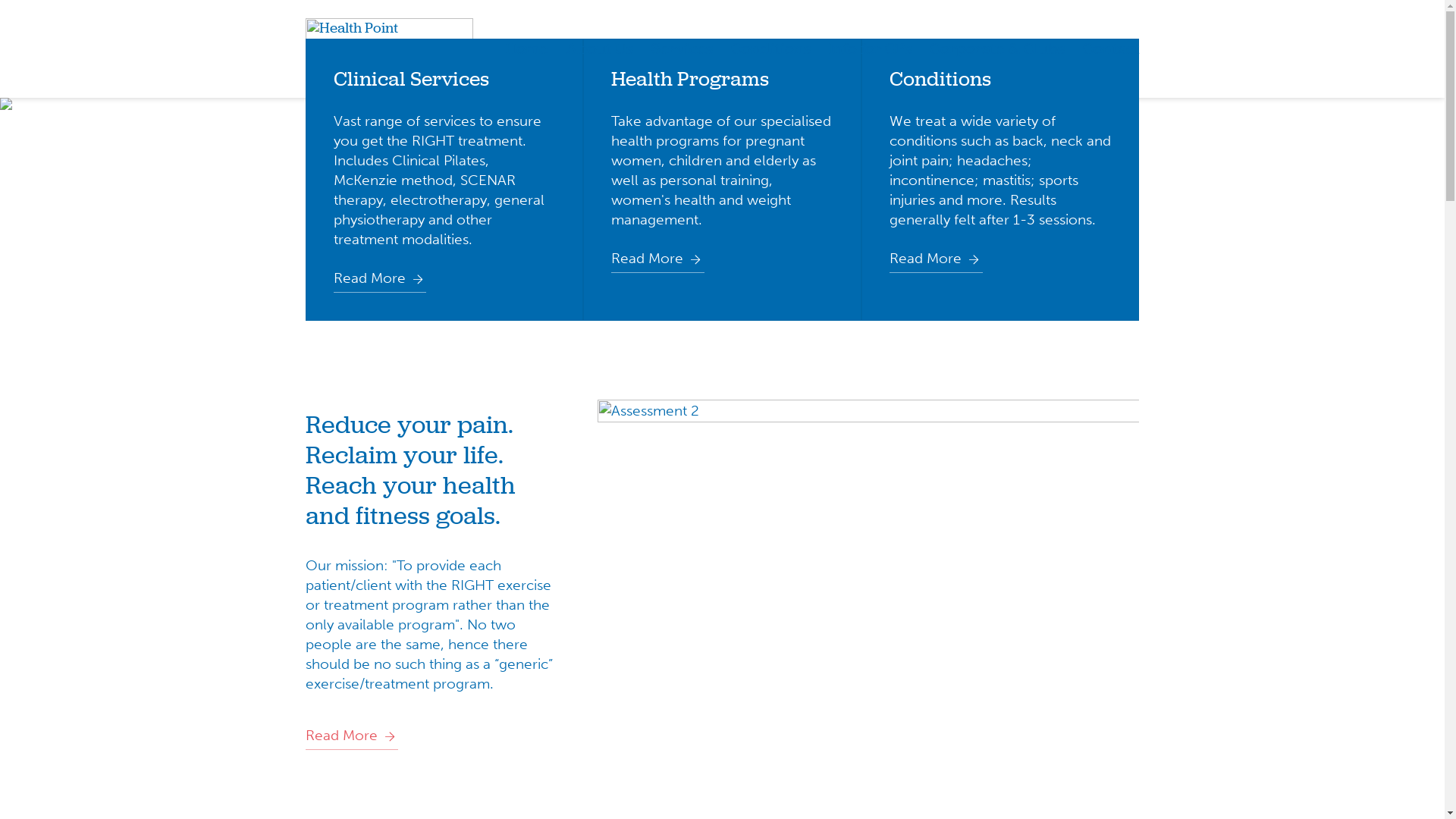 The width and height of the screenshot is (1456, 819). What do you see at coordinates (928, 48) in the screenshot?
I see `'Corporate & Clubs'` at bounding box center [928, 48].